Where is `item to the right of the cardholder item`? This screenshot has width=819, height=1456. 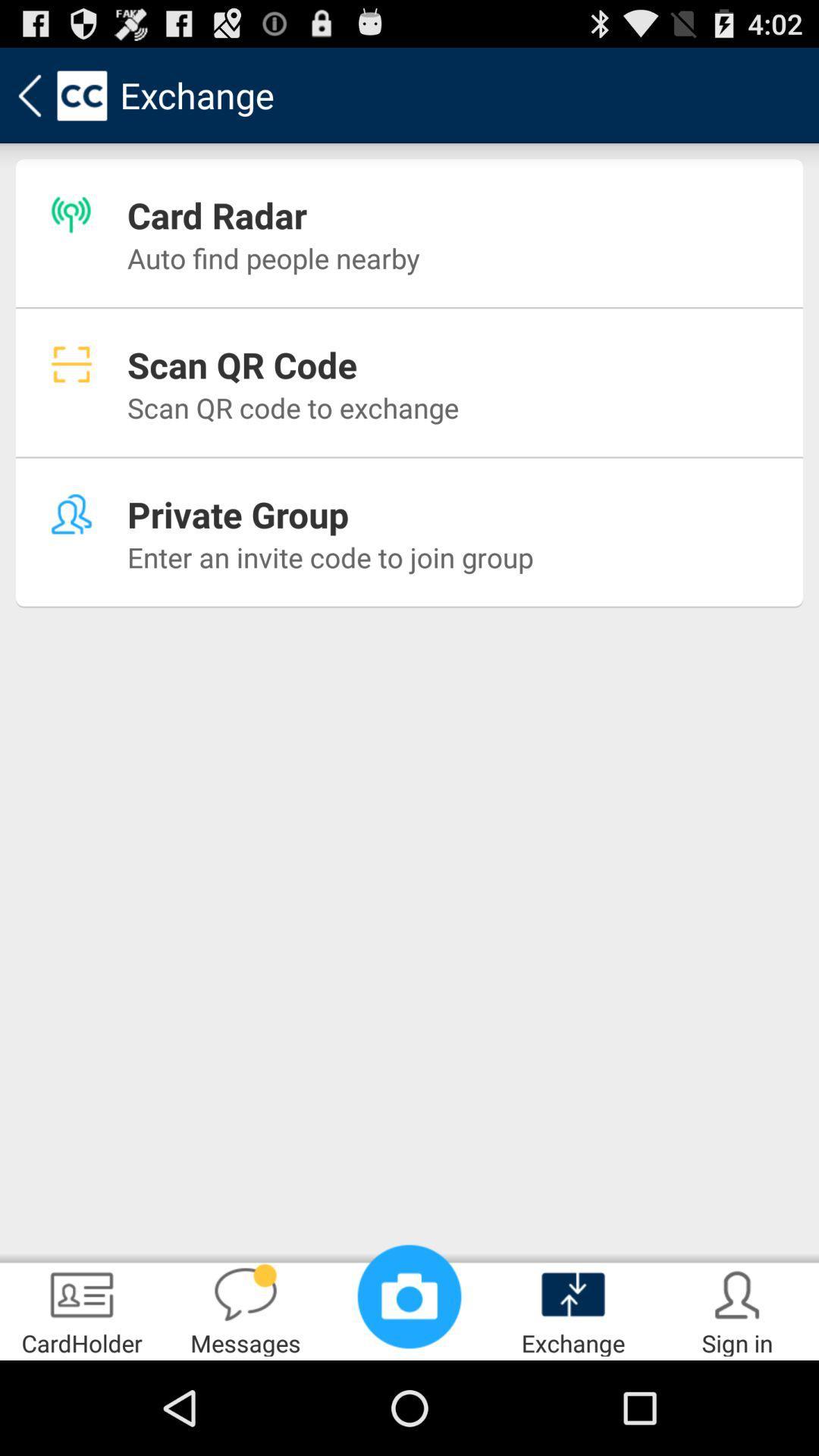 item to the right of the cardholder item is located at coordinates (245, 1309).